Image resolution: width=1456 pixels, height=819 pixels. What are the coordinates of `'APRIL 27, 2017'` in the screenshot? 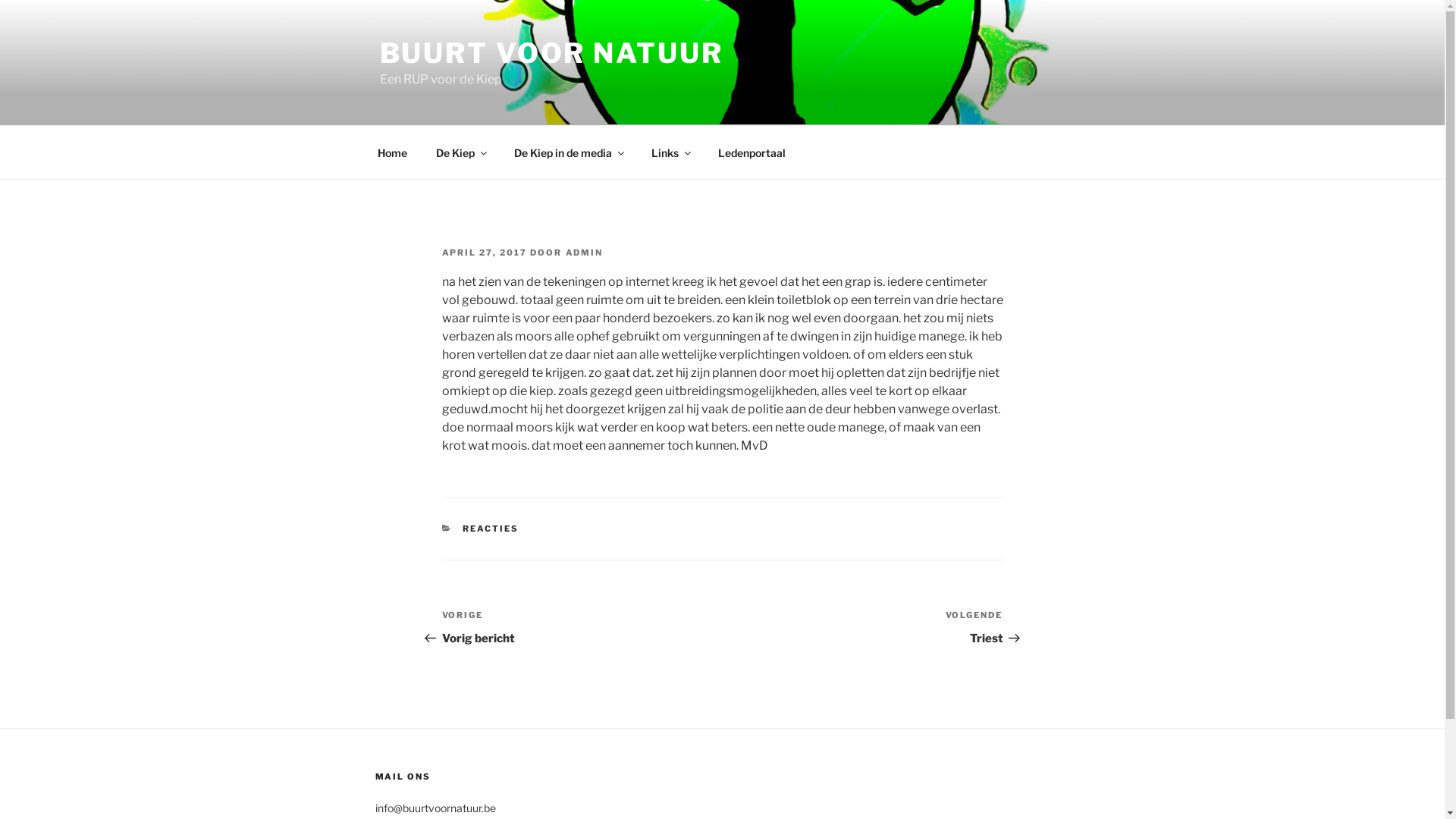 It's located at (440, 251).